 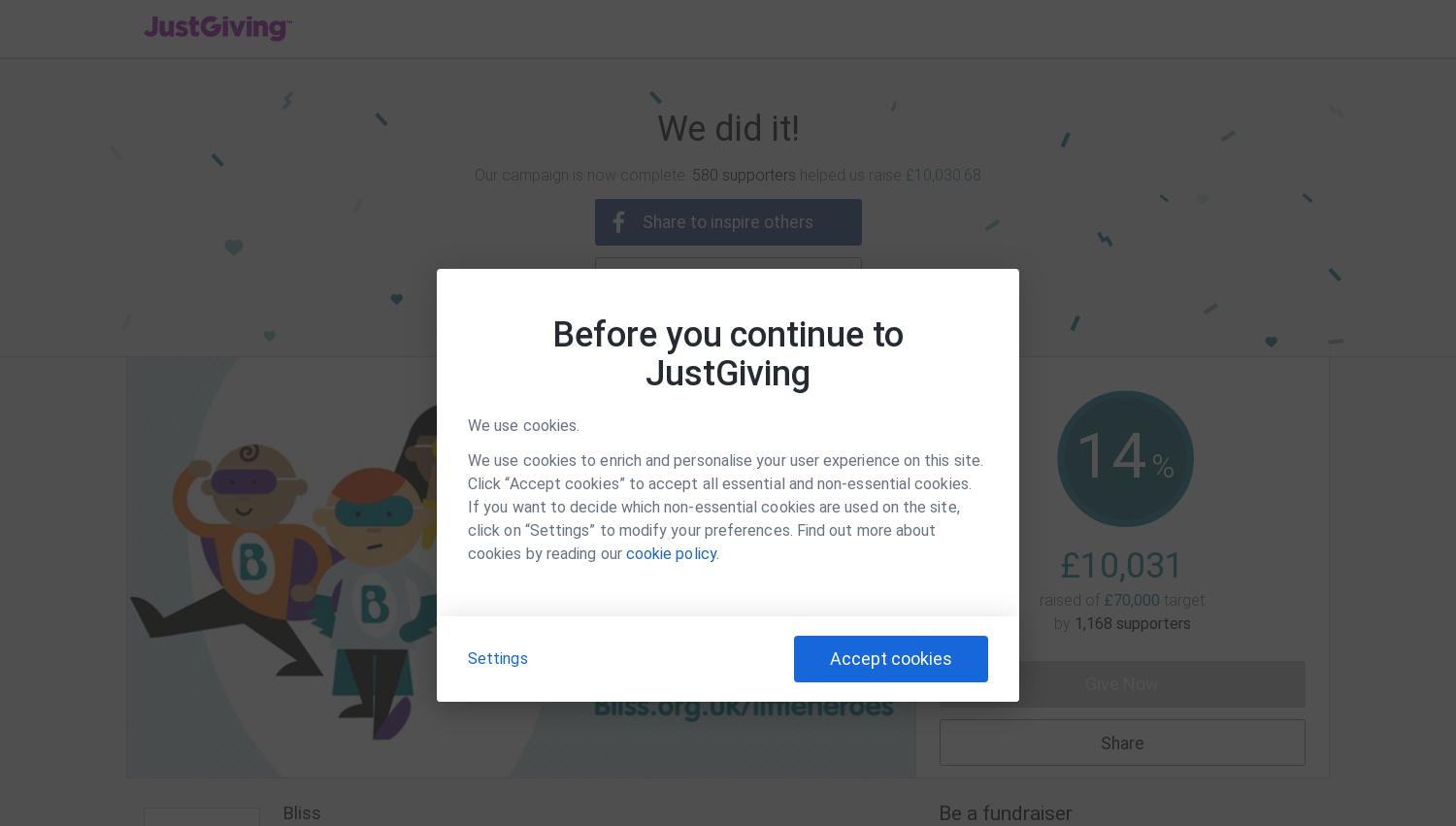 What do you see at coordinates (302, 812) in the screenshot?
I see `'Bliss'` at bounding box center [302, 812].